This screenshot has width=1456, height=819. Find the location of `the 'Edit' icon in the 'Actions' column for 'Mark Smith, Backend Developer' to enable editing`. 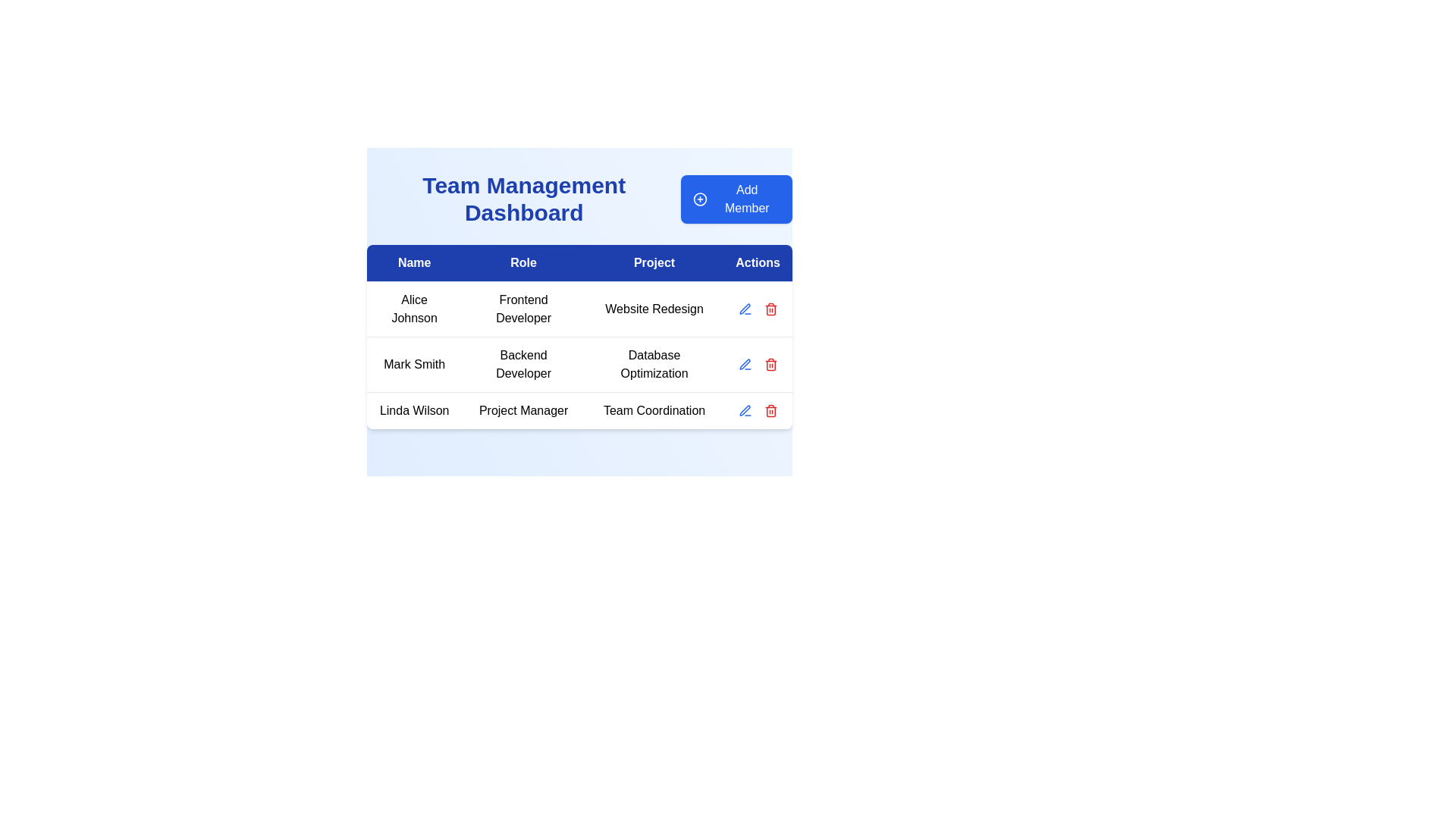

the 'Edit' icon in the 'Actions' column for 'Mark Smith, Backend Developer' to enable editing is located at coordinates (745, 308).